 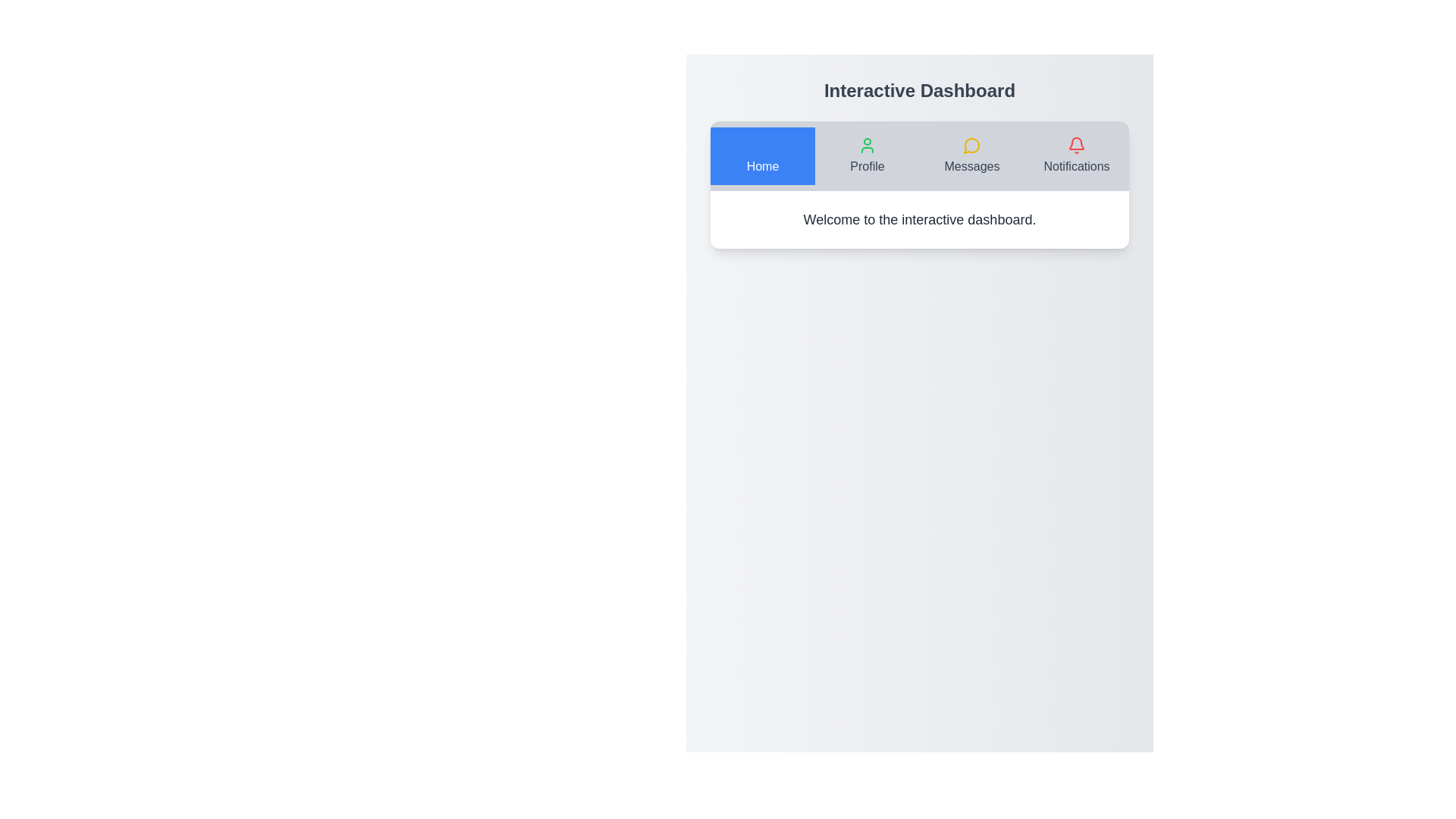 What do you see at coordinates (867, 155) in the screenshot?
I see `the navigation button located second from the left in the navigation bar` at bounding box center [867, 155].